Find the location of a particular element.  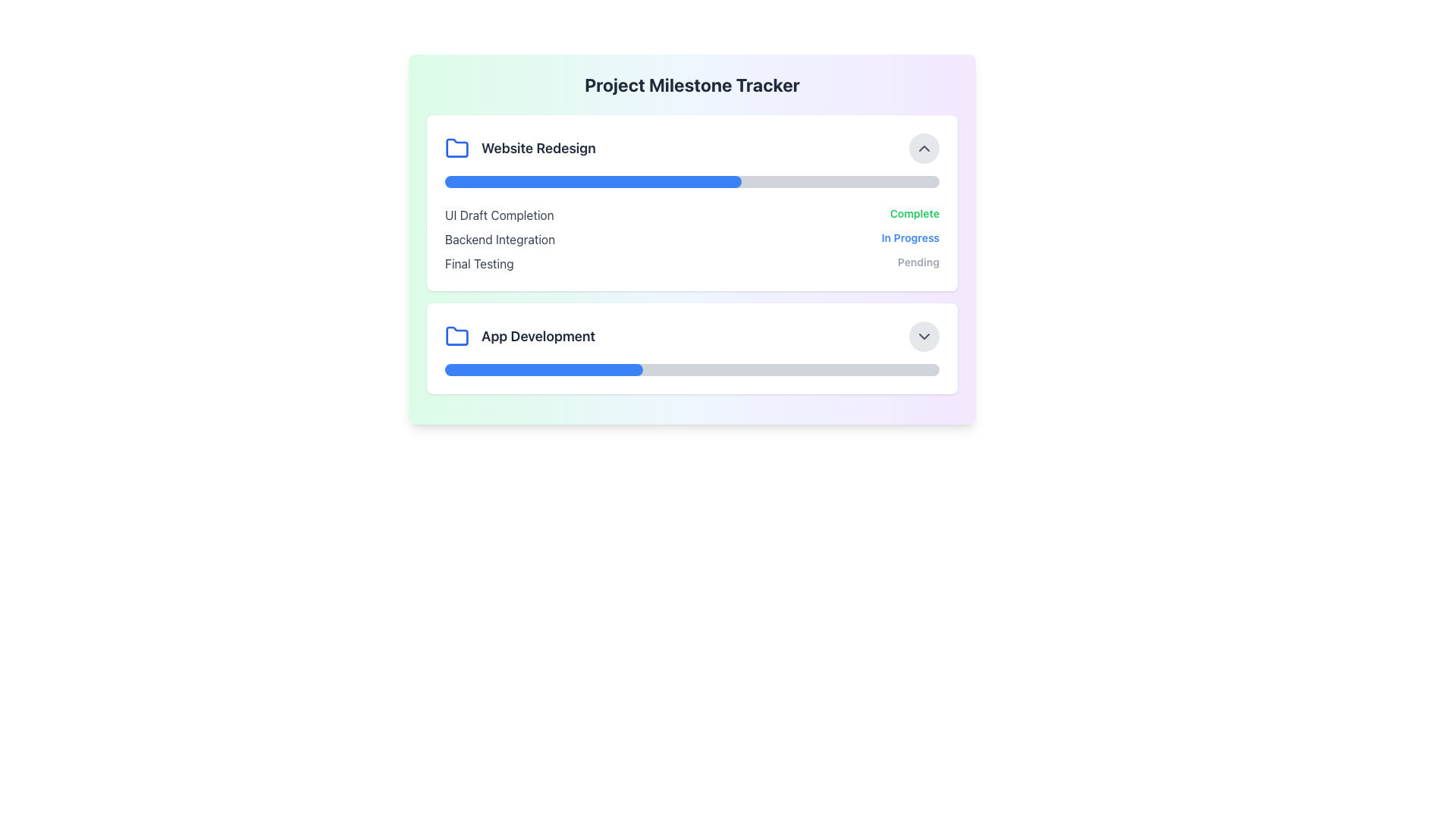

the icon representing 'App Development', which is located at the far left of the 'App Development' section, aligned horizontally with the text is located at coordinates (457, 335).